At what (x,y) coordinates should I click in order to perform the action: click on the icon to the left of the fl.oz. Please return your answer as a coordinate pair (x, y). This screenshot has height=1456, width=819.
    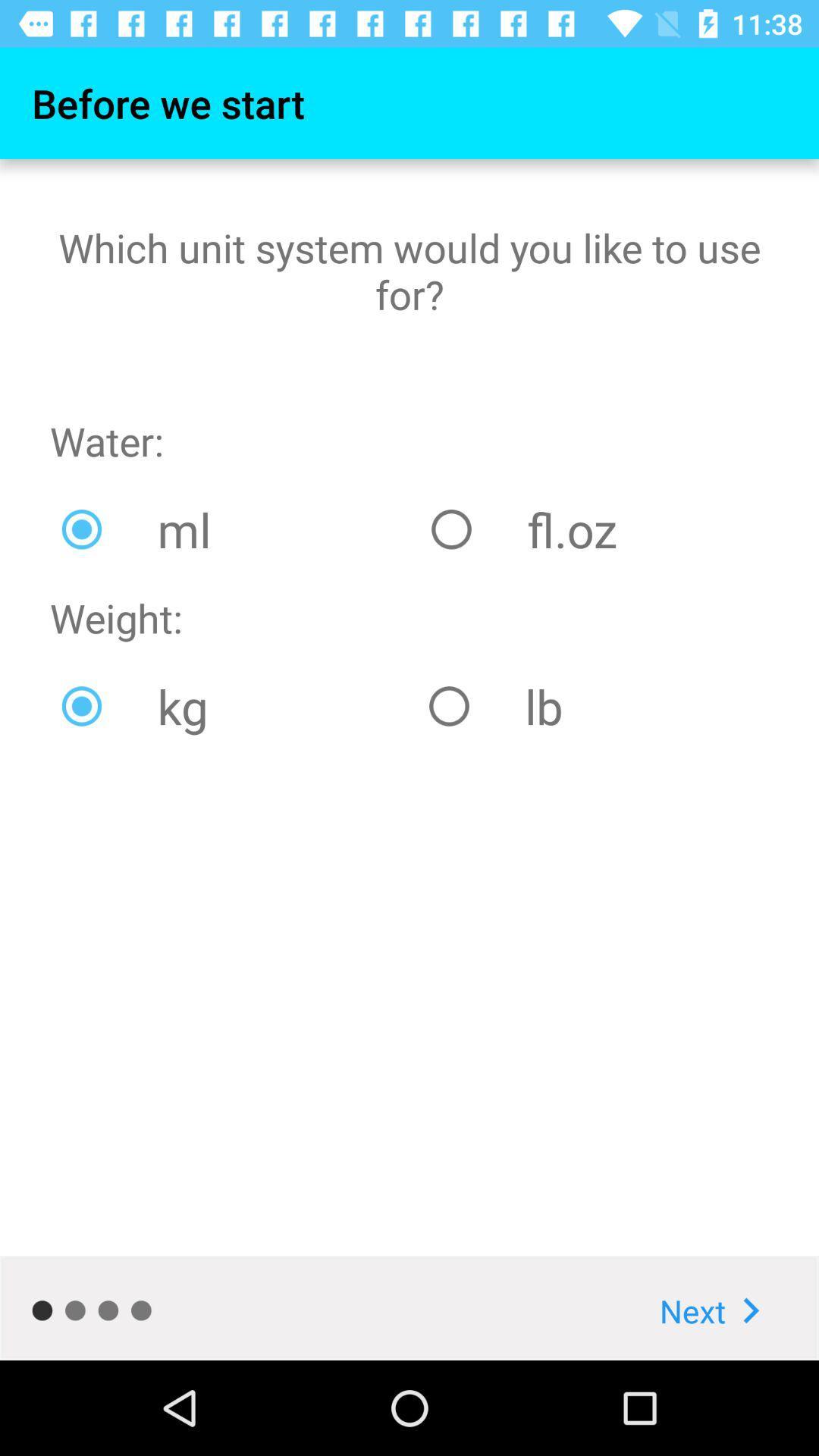
    Looking at the image, I should click on (234, 529).